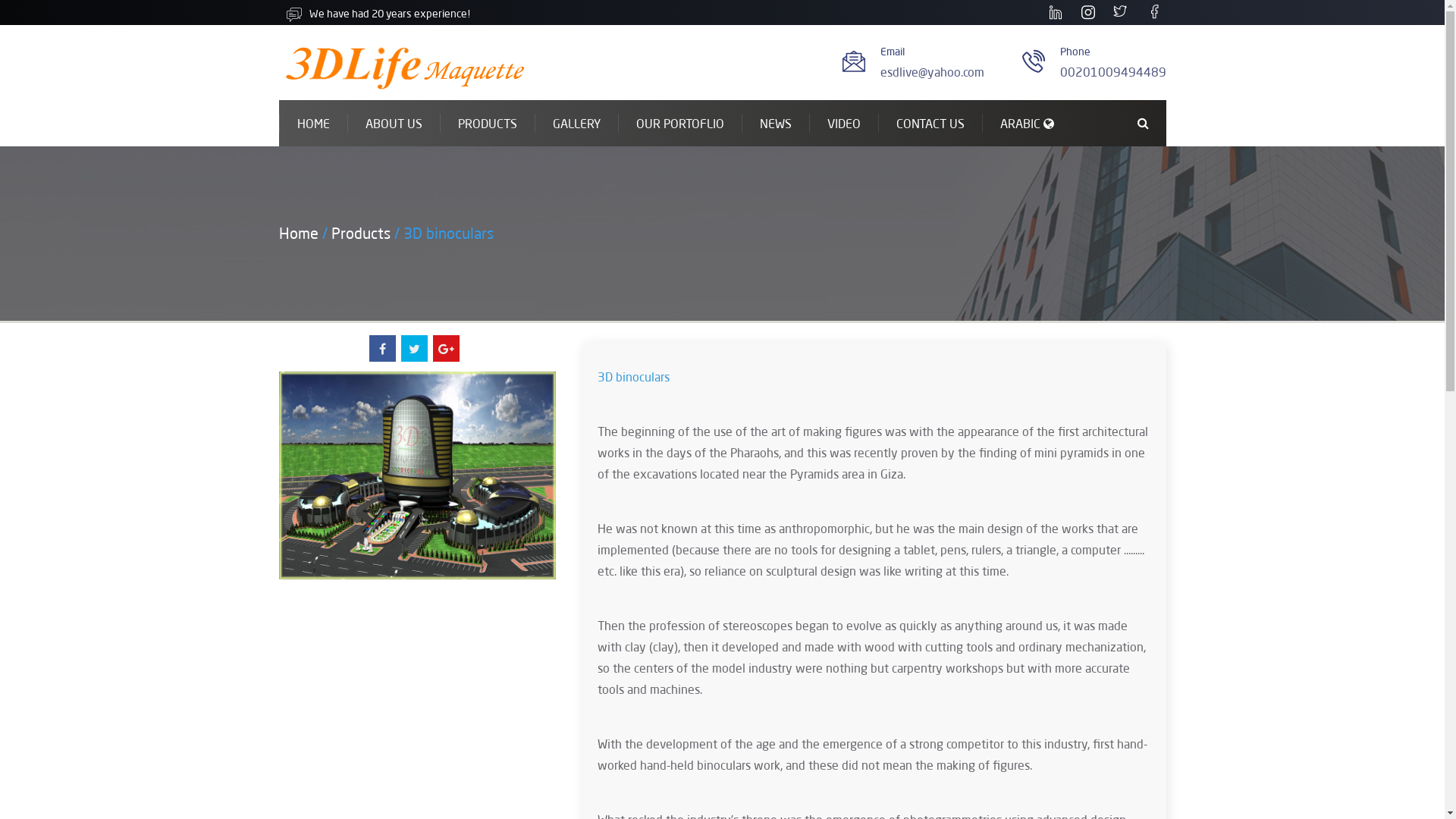  I want to click on 'HOME', so click(279, 122).